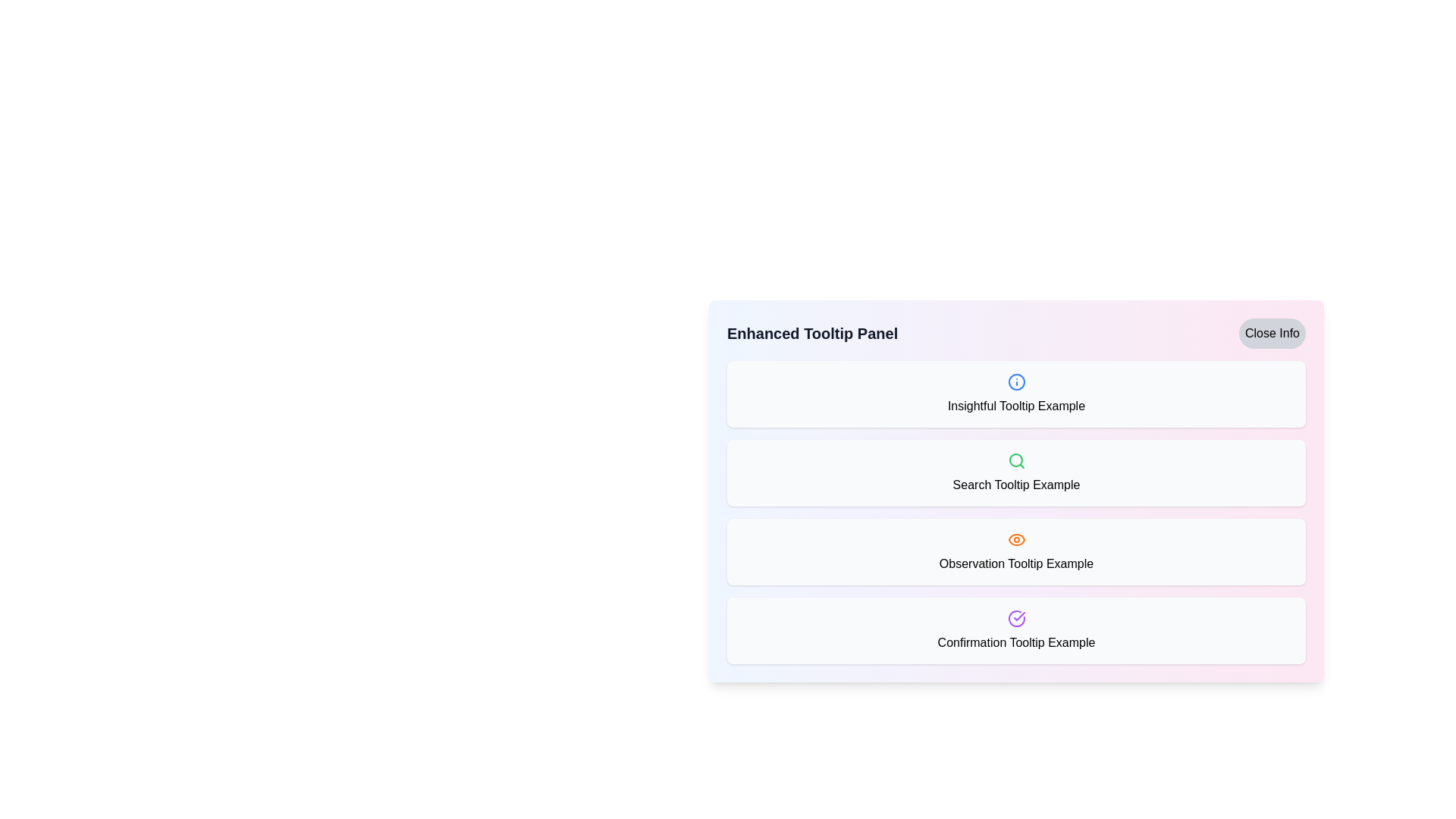 The height and width of the screenshot is (819, 1456). I want to click on the circular icon representing the 'Insightful Tooltip Example' entry, which is part of the 'Enhanced Tooltip Panel' and positioned above the associated label, so click(1016, 381).